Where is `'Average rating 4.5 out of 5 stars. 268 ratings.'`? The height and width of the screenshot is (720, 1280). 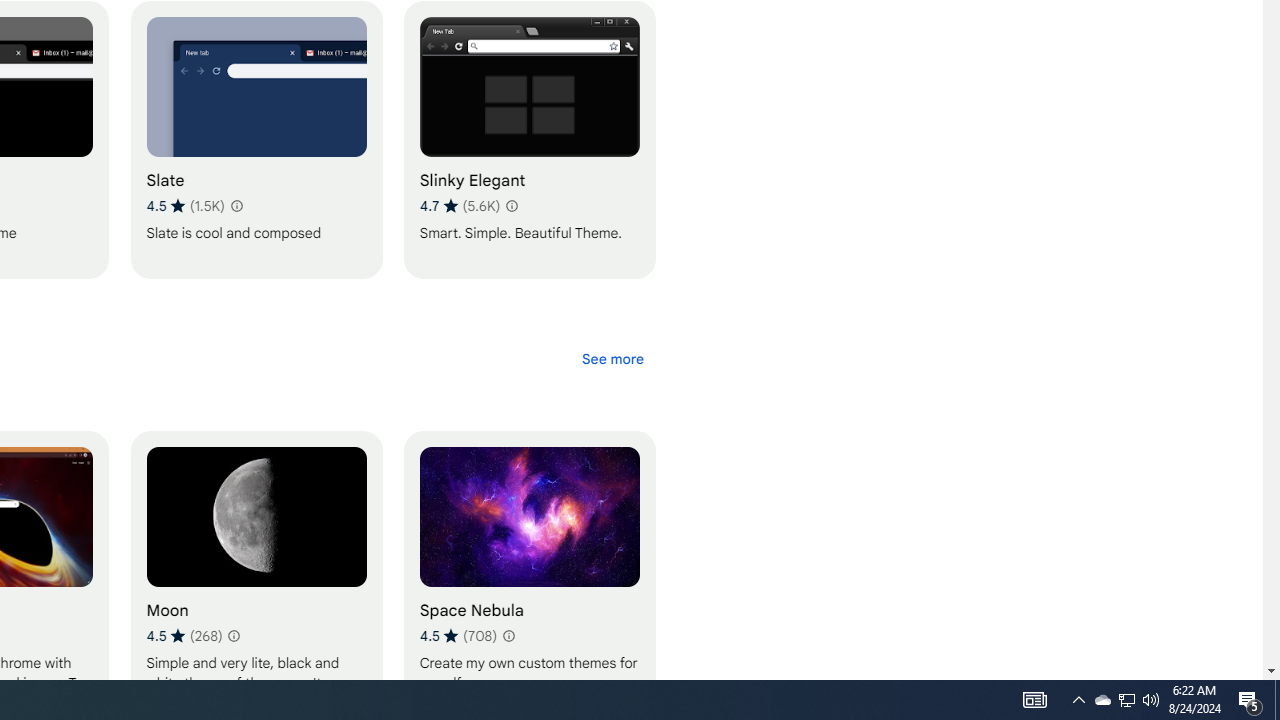
'Average rating 4.5 out of 5 stars. 268 ratings.' is located at coordinates (184, 635).